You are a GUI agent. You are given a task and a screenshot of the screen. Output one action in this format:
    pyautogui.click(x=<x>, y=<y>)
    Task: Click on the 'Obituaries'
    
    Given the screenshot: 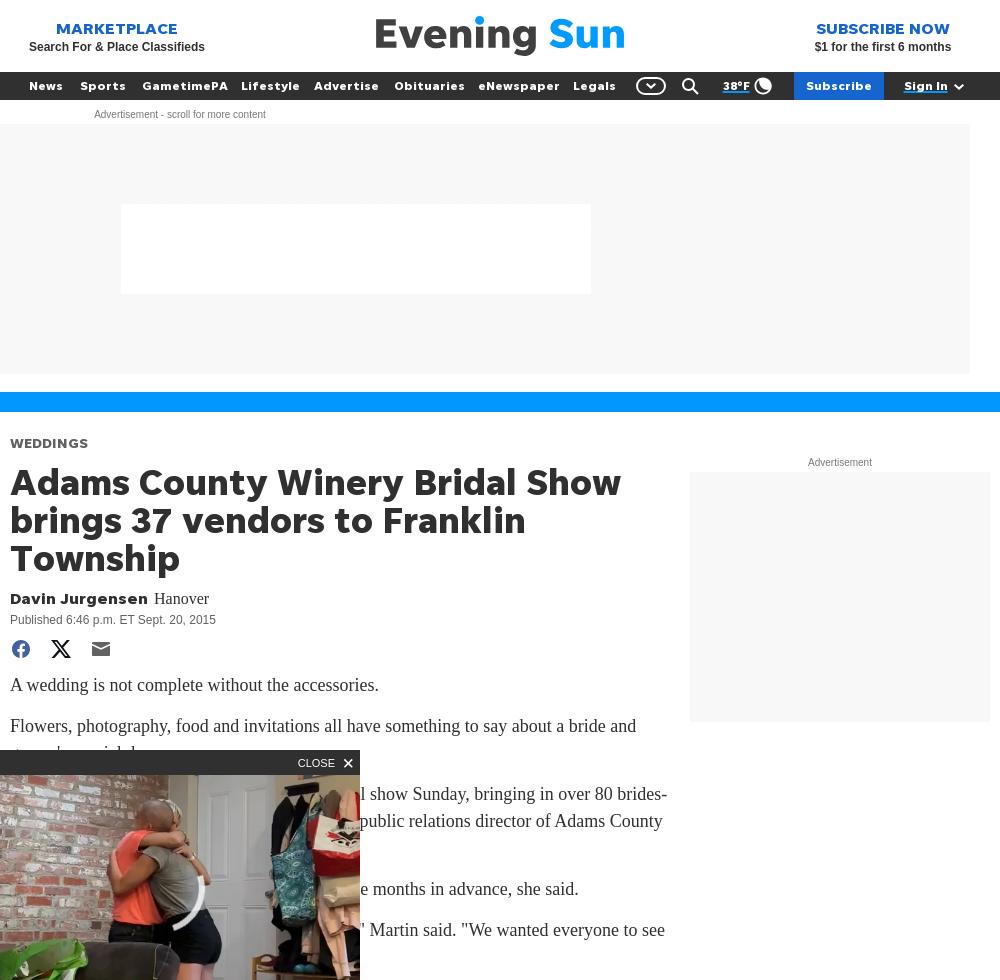 What is the action you would take?
    pyautogui.click(x=428, y=85)
    